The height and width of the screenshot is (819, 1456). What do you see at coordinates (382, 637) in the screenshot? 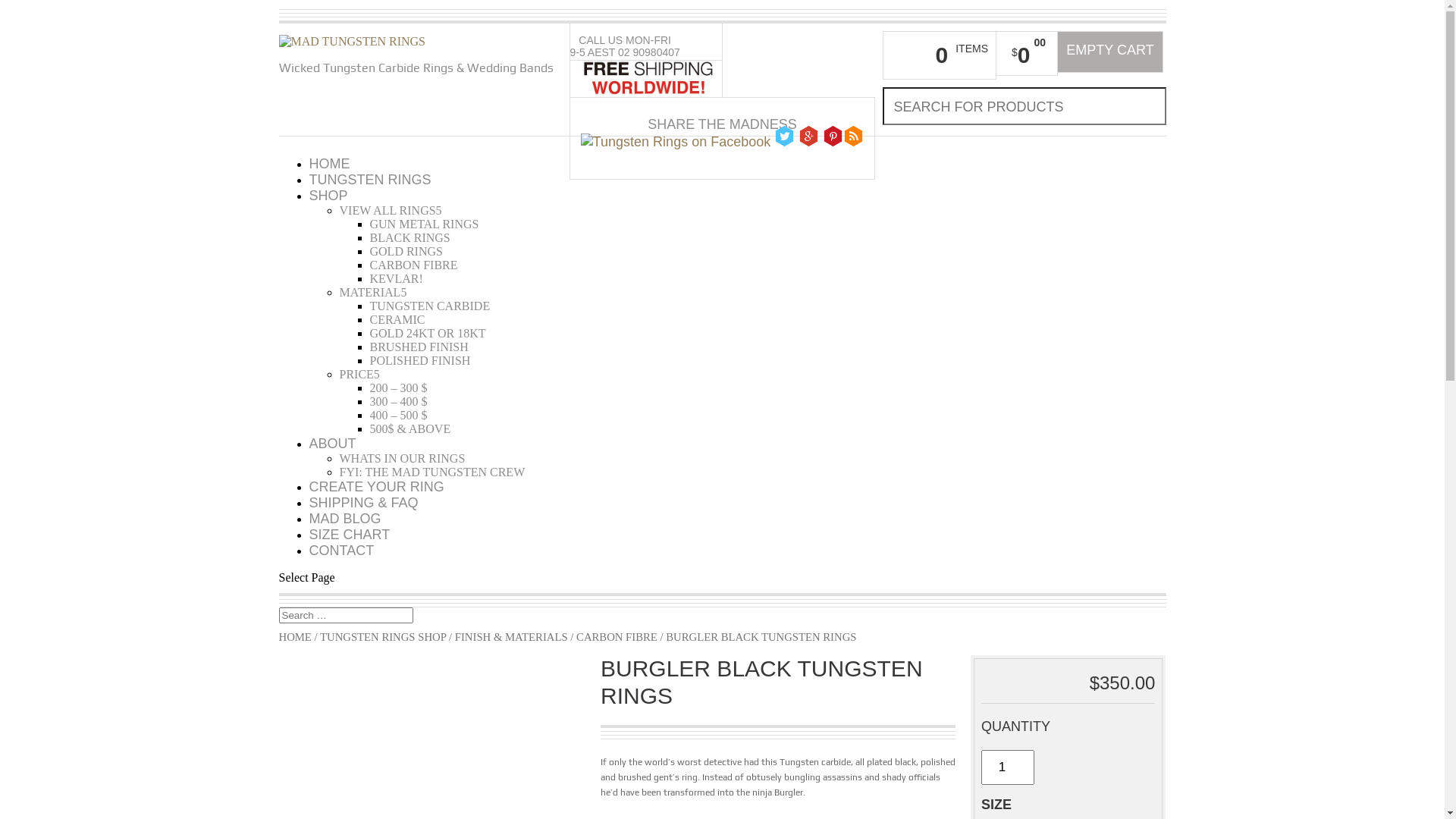
I see `'TUNGSTEN RINGS SHOP'` at bounding box center [382, 637].